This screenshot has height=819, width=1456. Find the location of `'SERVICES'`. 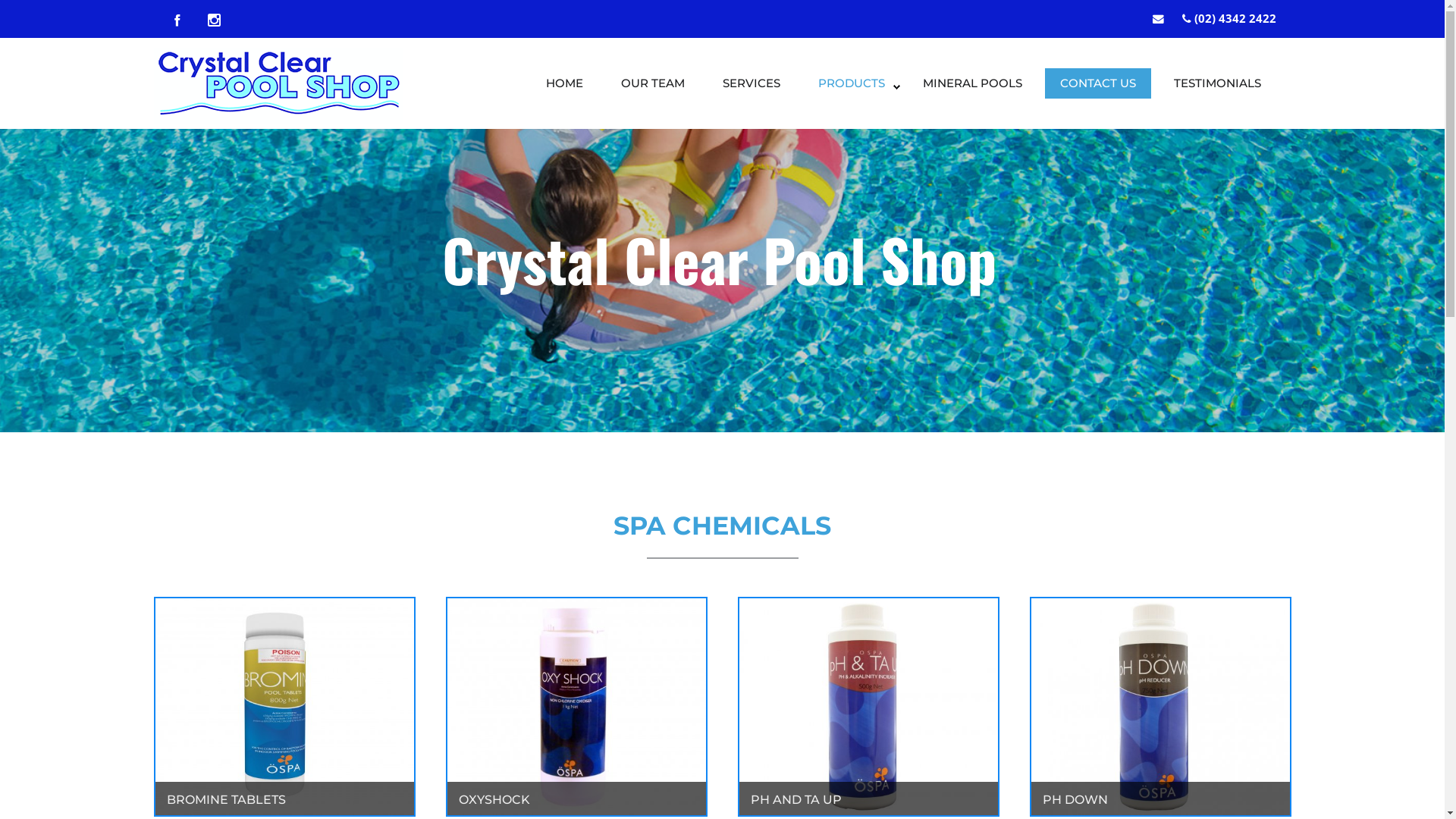

'SERVICES' is located at coordinates (750, 83).